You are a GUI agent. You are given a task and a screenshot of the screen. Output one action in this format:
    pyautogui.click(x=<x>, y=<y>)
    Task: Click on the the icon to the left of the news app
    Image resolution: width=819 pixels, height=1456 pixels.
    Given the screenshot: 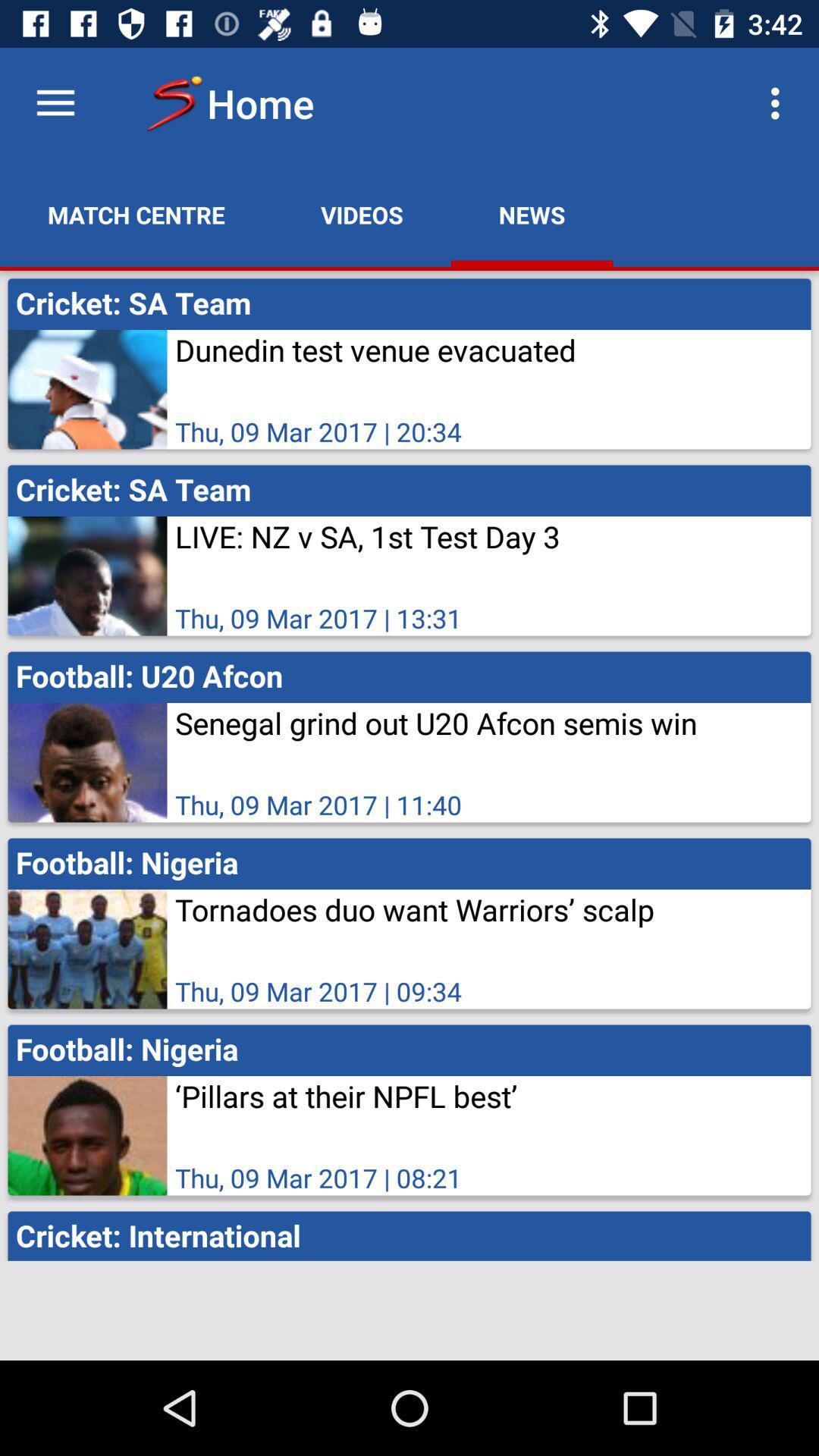 What is the action you would take?
    pyautogui.click(x=362, y=214)
    